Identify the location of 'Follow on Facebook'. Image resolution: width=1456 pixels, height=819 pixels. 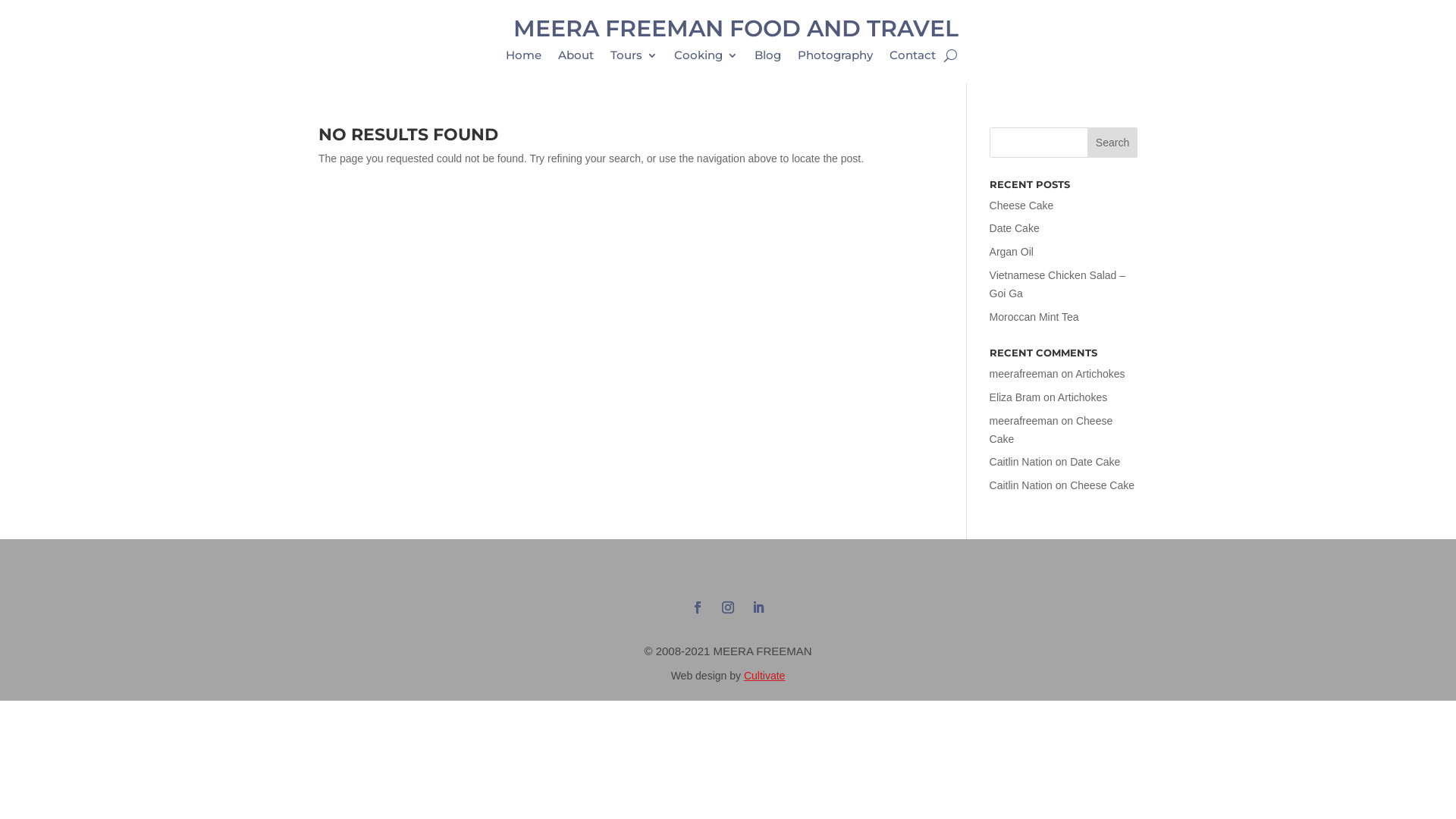
(697, 607).